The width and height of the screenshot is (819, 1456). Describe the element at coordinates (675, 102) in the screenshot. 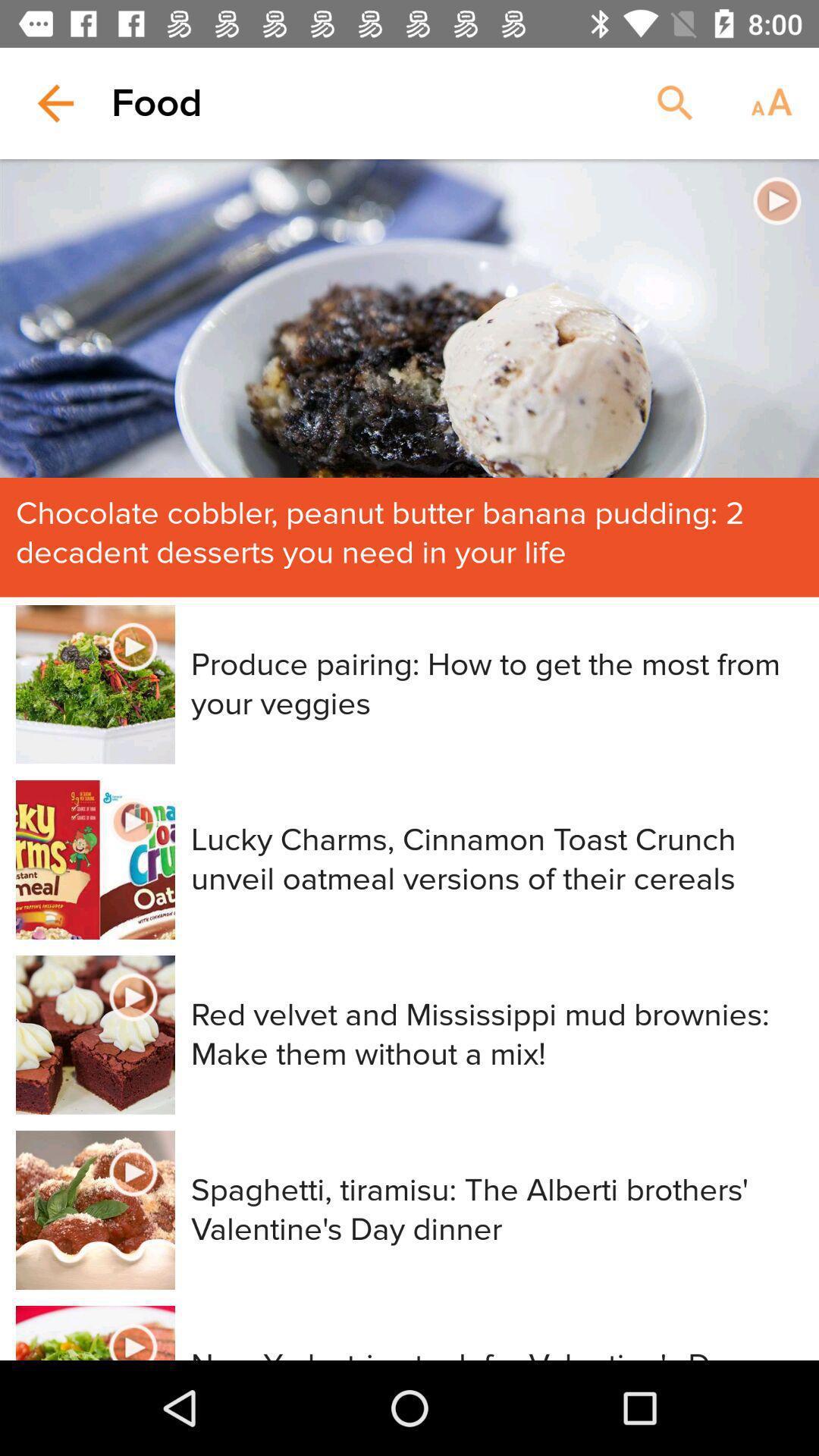

I see `the item to the right of food` at that location.